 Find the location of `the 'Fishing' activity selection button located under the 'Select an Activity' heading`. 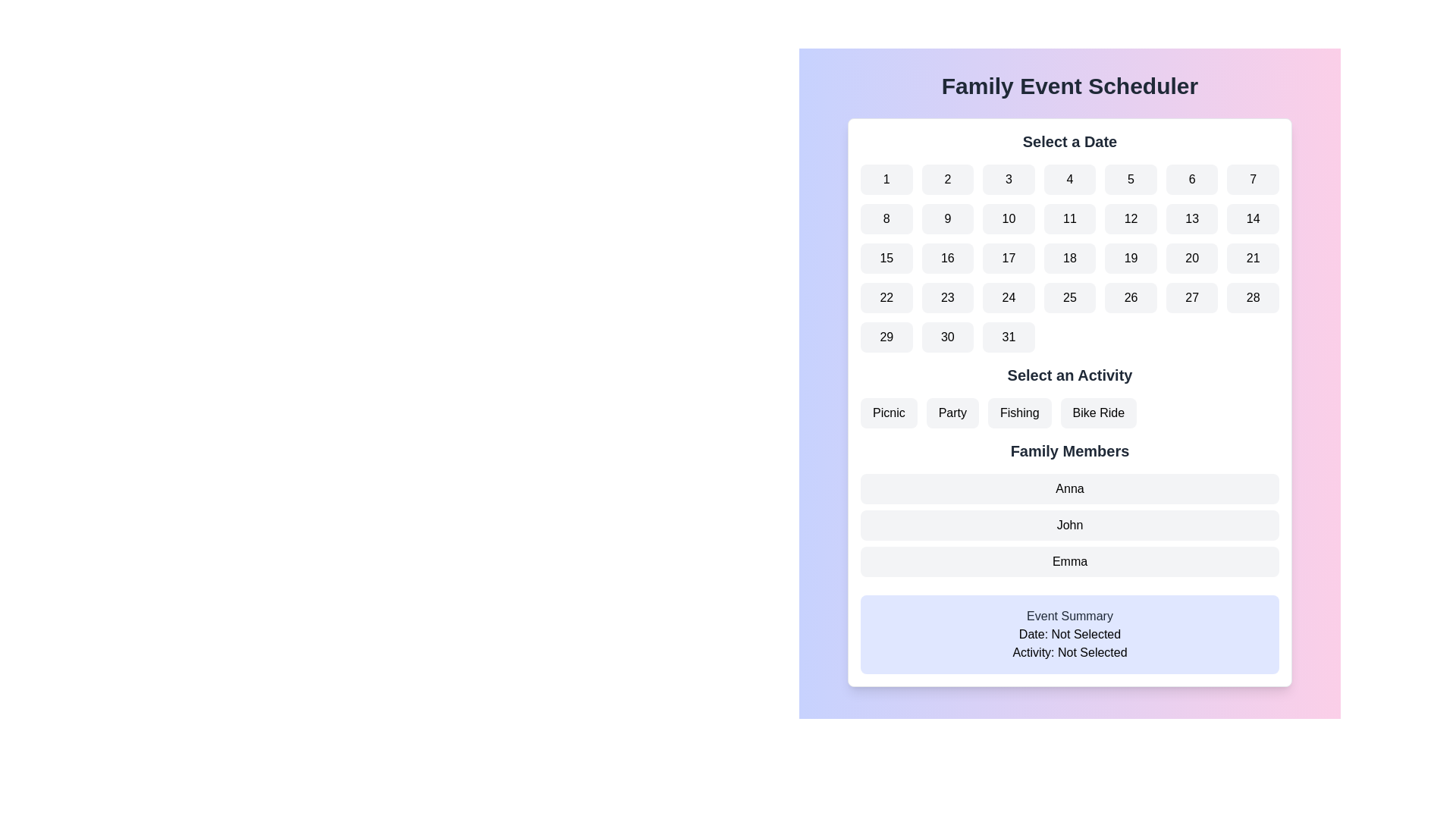

the 'Fishing' activity selection button located under the 'Select an Activity' heading is located at coordinates (1019, 413).